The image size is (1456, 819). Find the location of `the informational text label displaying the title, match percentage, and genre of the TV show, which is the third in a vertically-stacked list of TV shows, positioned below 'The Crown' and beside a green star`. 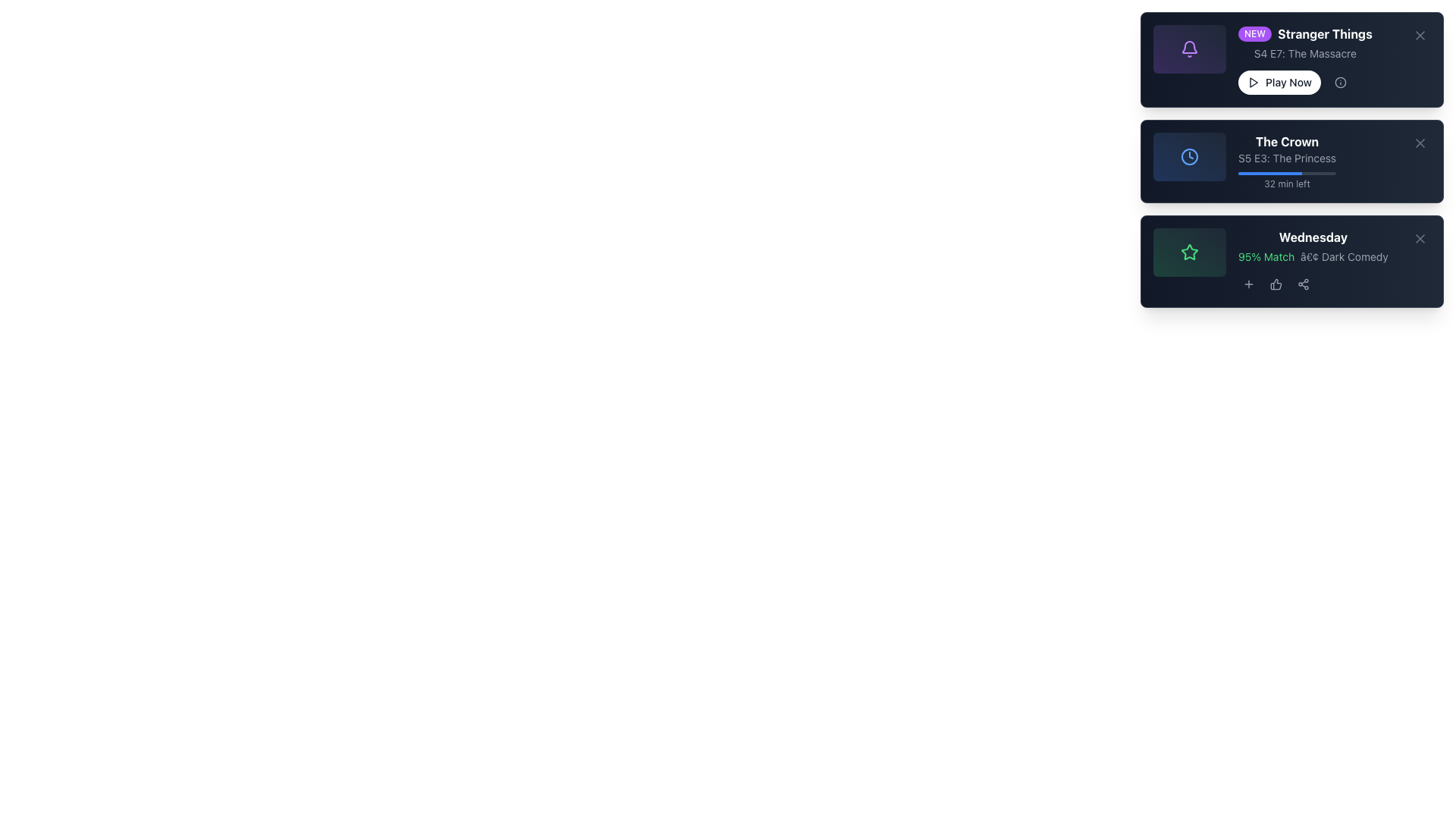

the informational text label displaying the title, match percentage, and genre of the TV show, which is the third in a vertically-stacked list of TV shows, positioned below 'The Crown' and beside a green star is located at coordinates (1312, 260).